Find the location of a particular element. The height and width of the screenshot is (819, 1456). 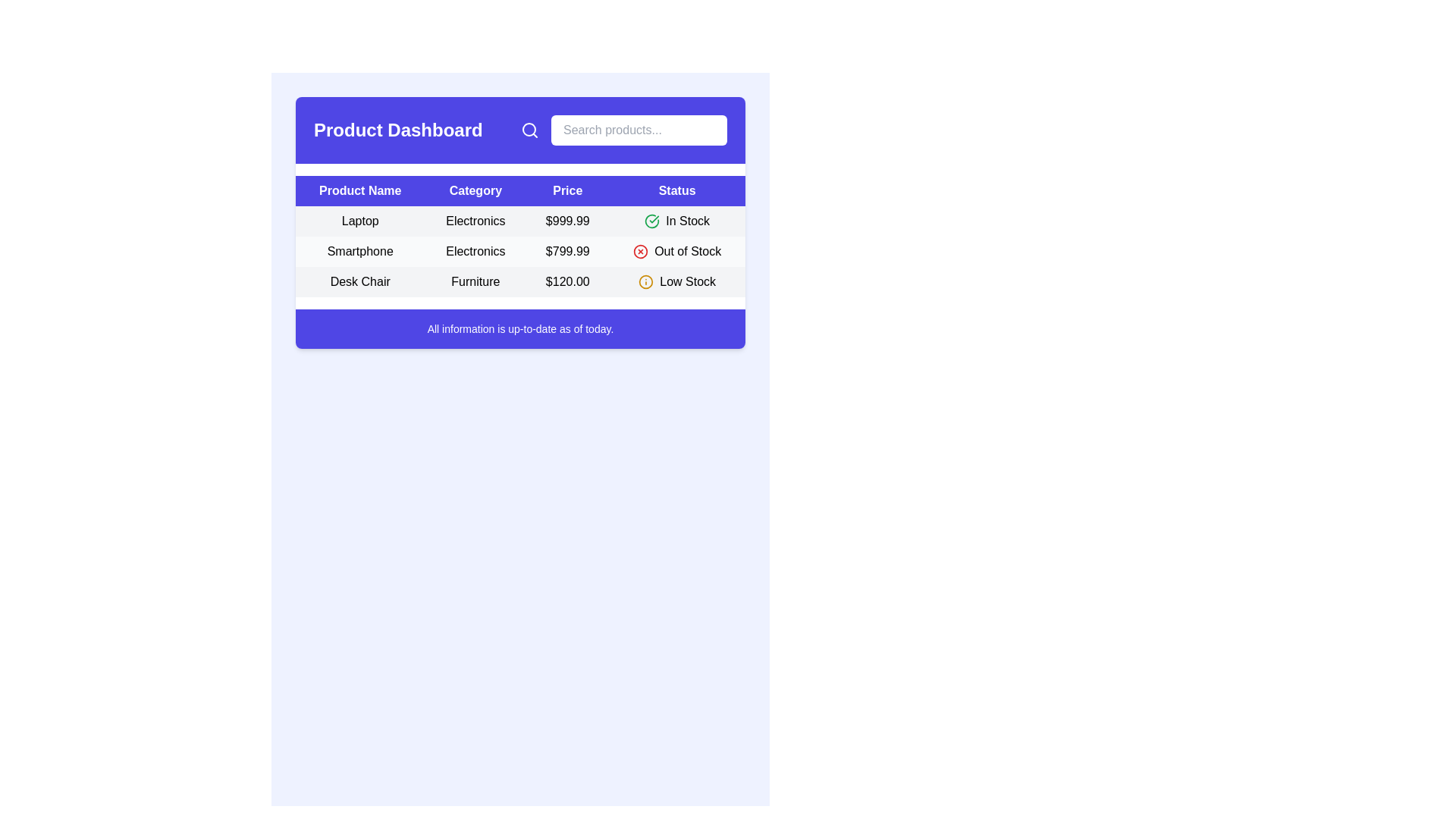

the 'Out of Stock' status icon for the product 'Smartphone' located in the second row of the product status column is located at coordinates (641, 250).